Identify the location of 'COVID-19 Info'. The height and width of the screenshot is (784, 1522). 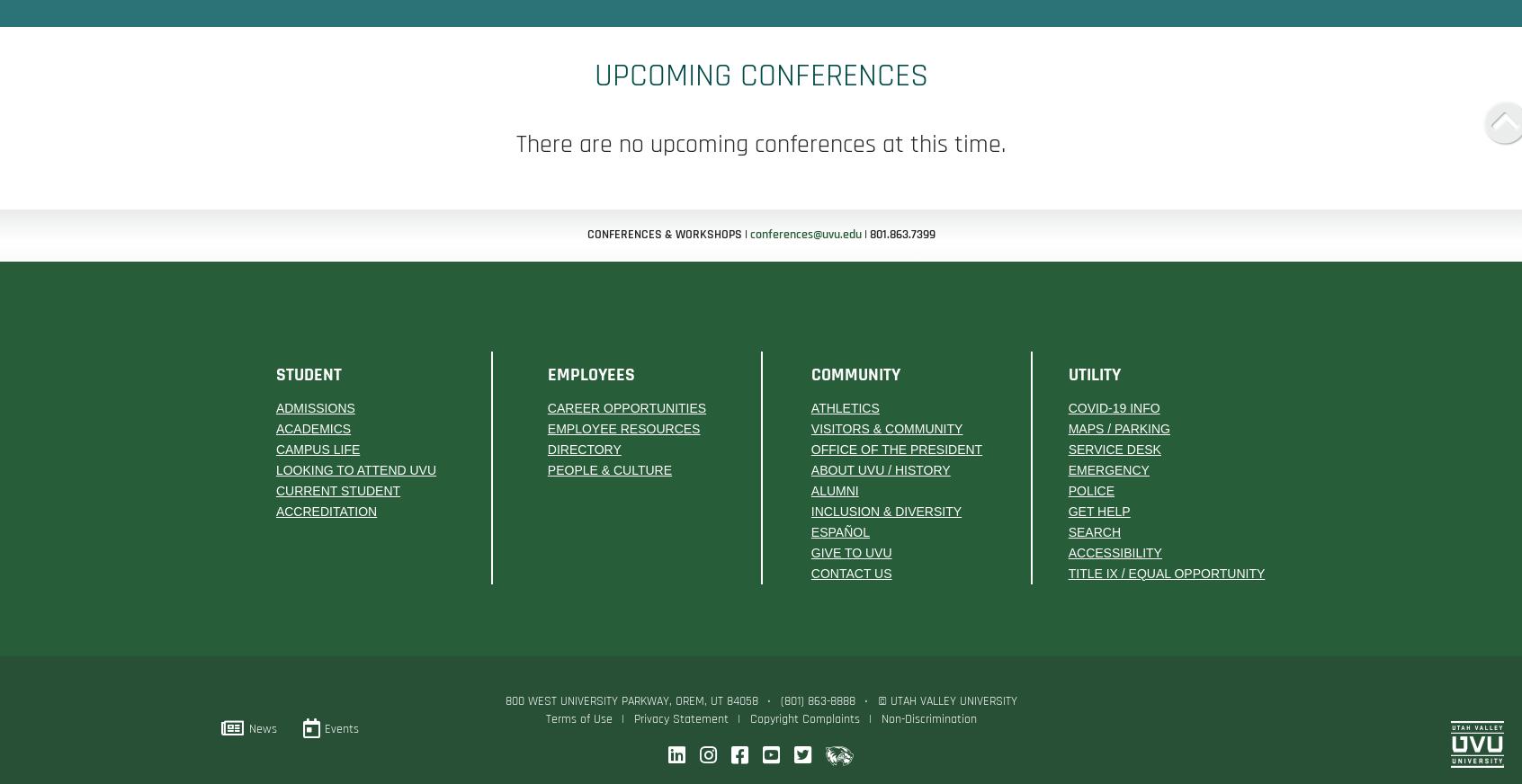
(1066, 406).